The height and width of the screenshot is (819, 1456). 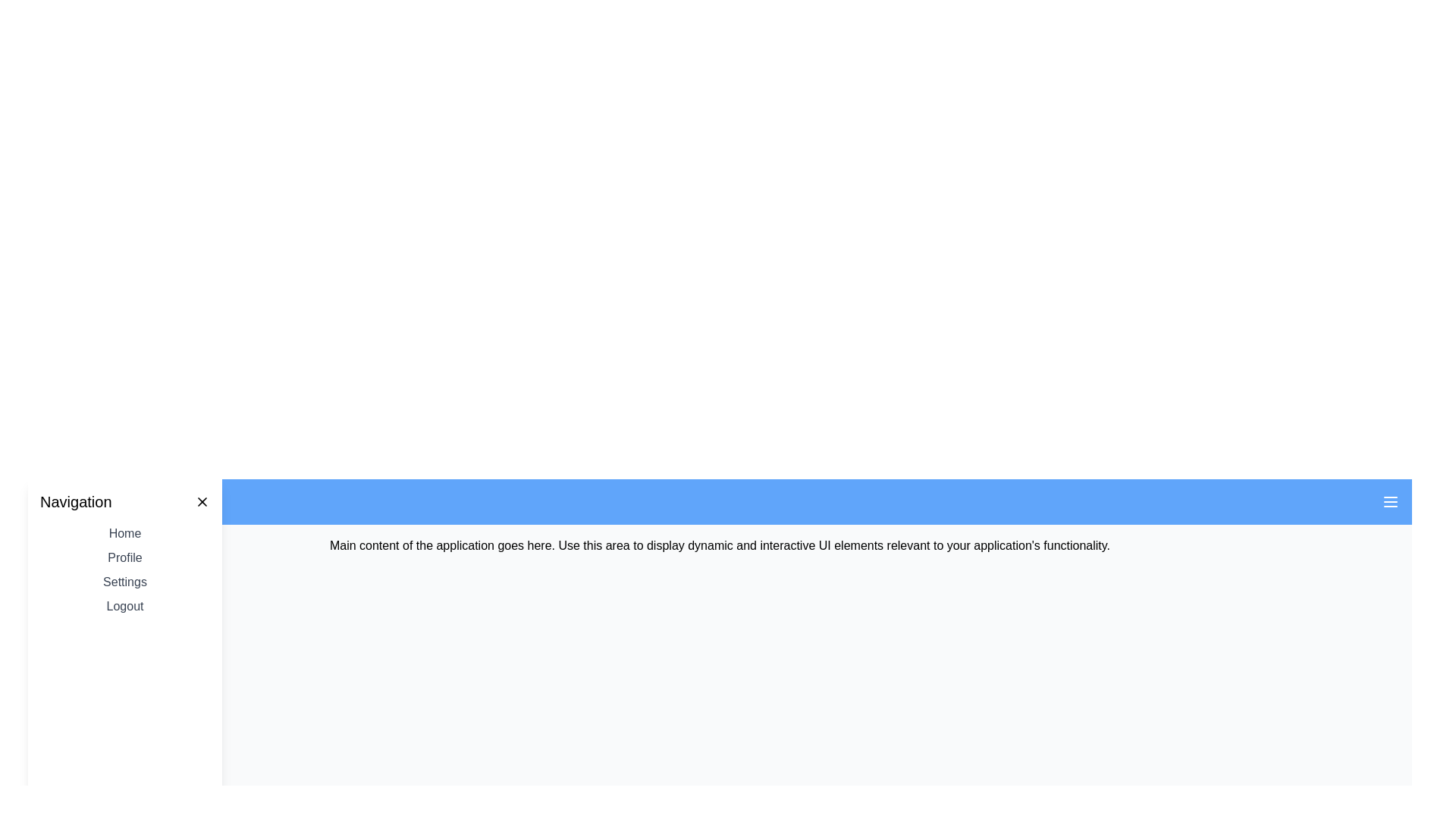 I want to click on the 'Log Out' text link, which is the last item in the vertical menu on the left side of the interface, located below the 'Settings' menu item, so click(x=124, y=605).